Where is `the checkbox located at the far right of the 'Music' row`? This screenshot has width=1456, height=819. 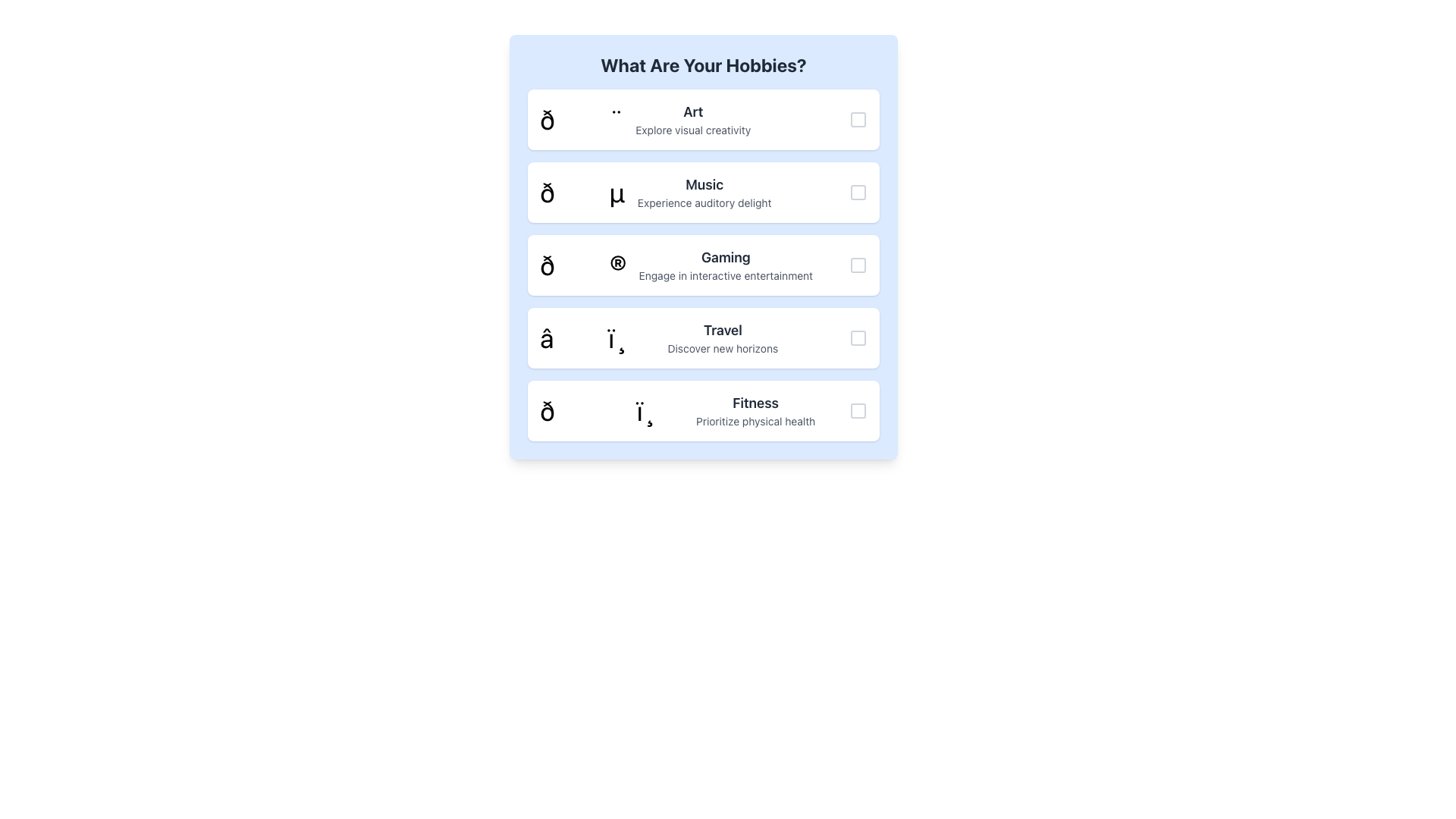
the checkbox located at the far right of the 'Music' row is located at coordinates (858, 192).